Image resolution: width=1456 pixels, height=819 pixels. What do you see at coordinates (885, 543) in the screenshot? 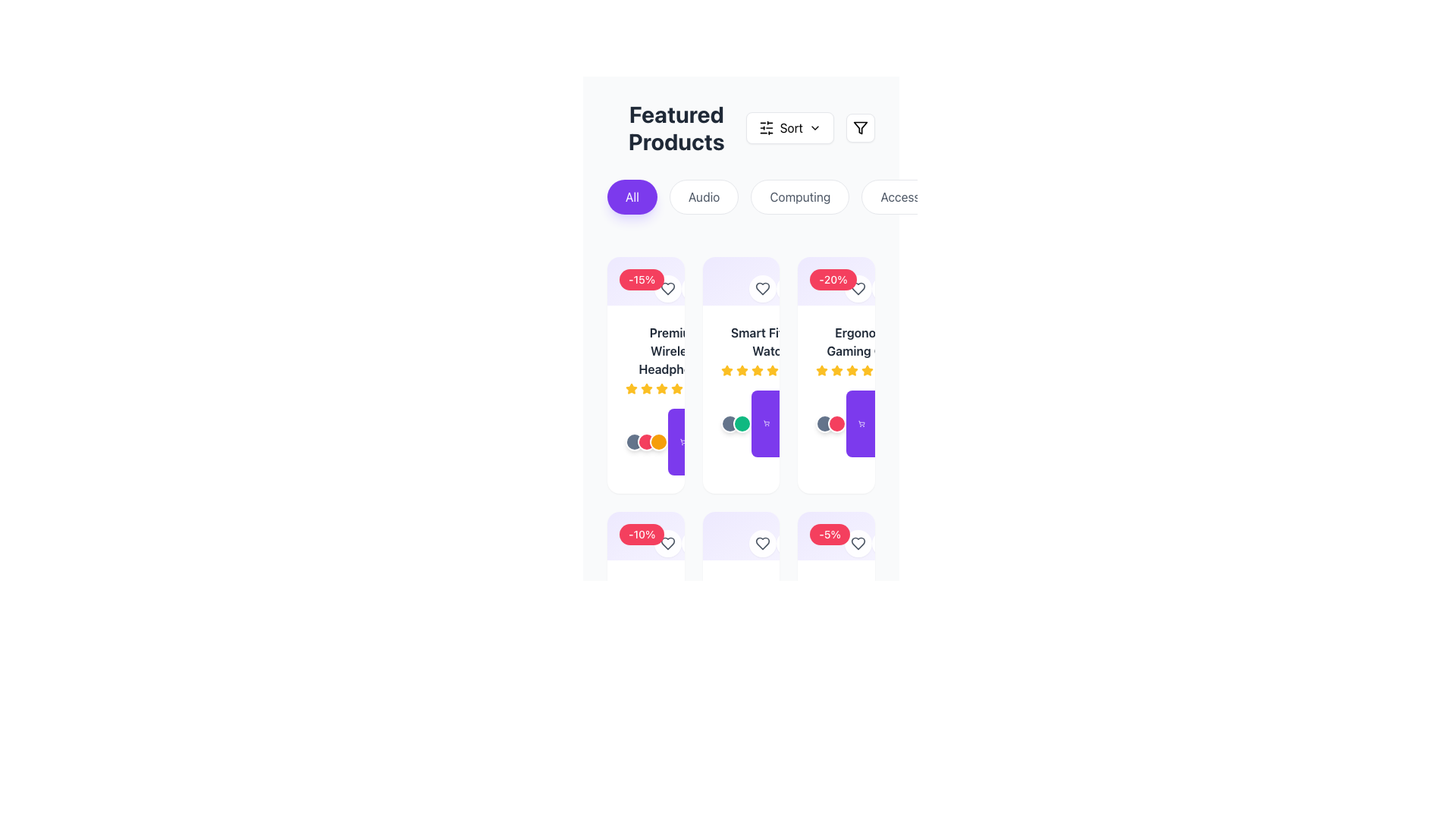
I see `the button located at the bottom-right corner of a product card` at bounding box center [885, 543].